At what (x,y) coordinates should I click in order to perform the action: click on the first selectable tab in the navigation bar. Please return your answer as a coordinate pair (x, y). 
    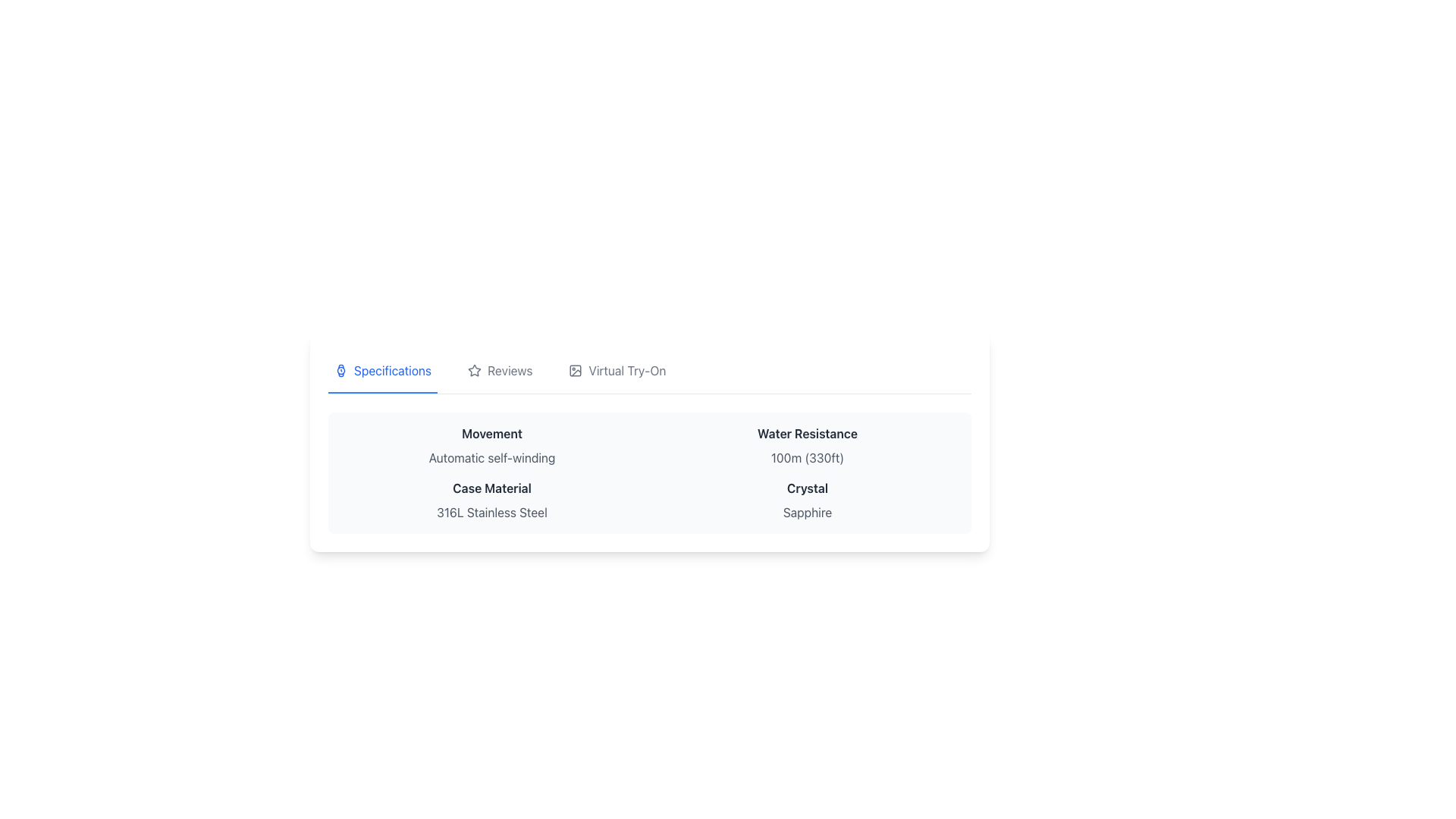
    Looking at the image, I should click on (382, 371).